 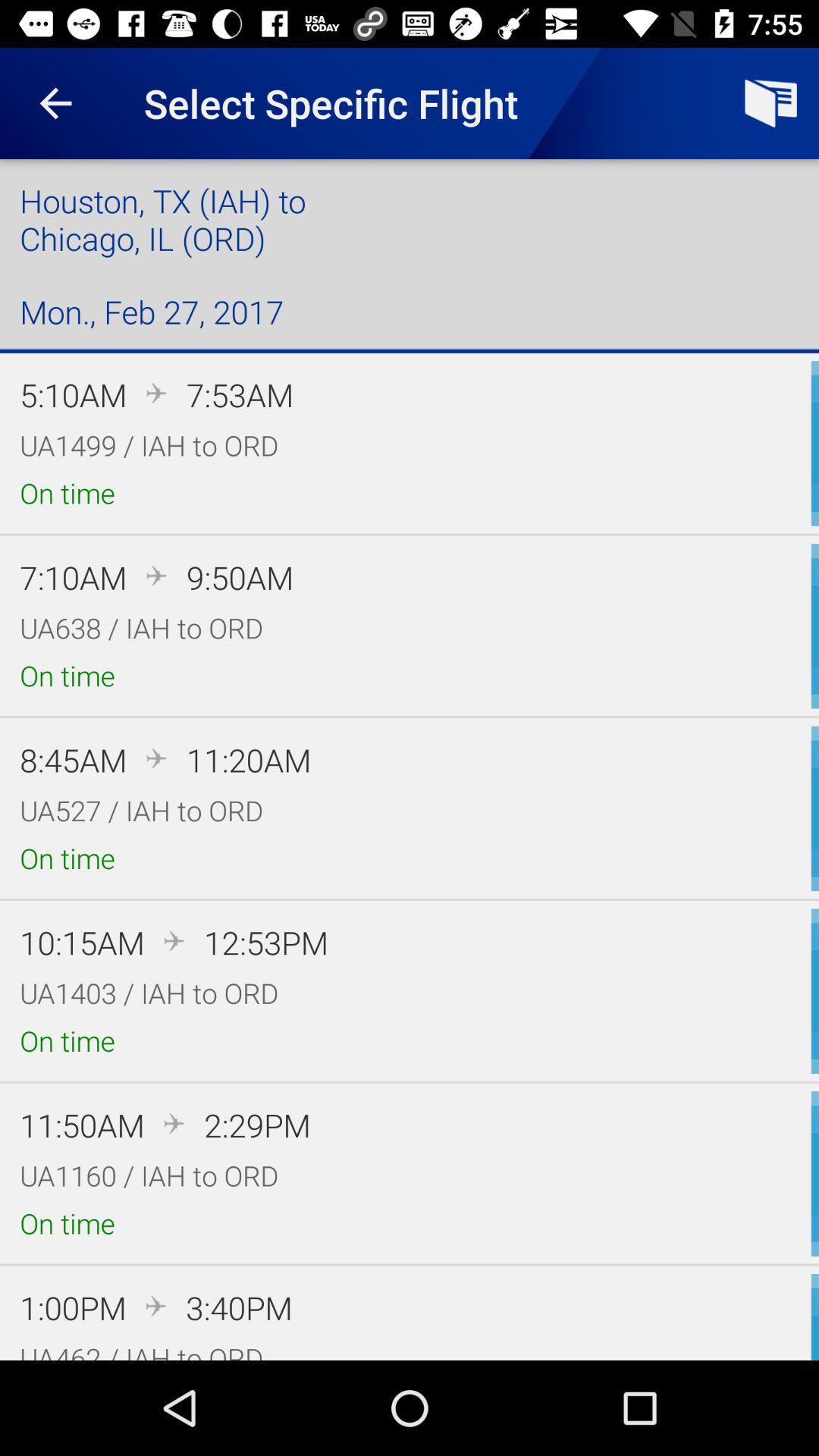 I want to click on the icon above ua1160 iah to icon, so click(x=256, y=1125).